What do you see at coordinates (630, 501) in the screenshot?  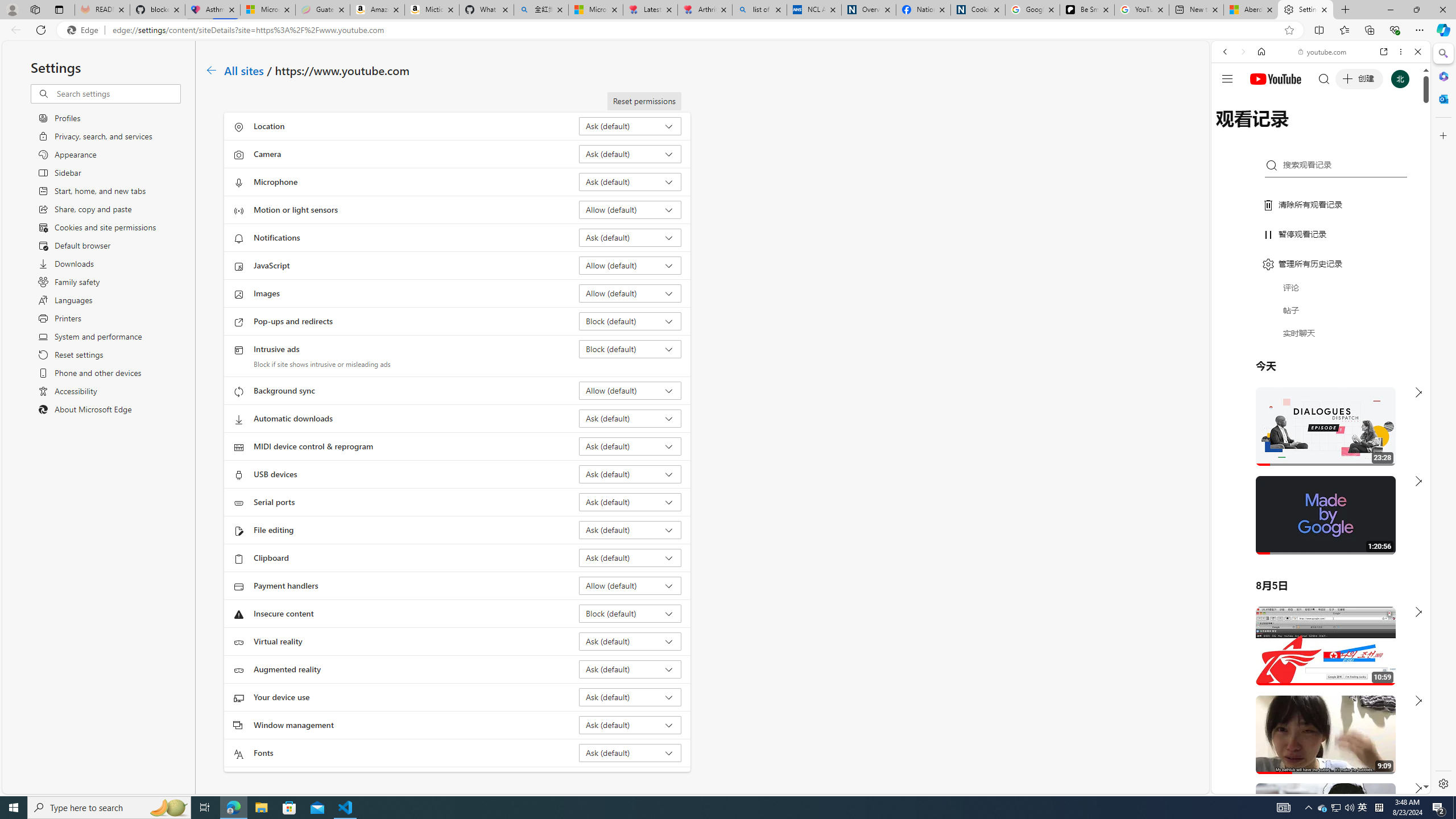 I see `'Serial ports Ask (default)'` at bounding box center [630, 501].